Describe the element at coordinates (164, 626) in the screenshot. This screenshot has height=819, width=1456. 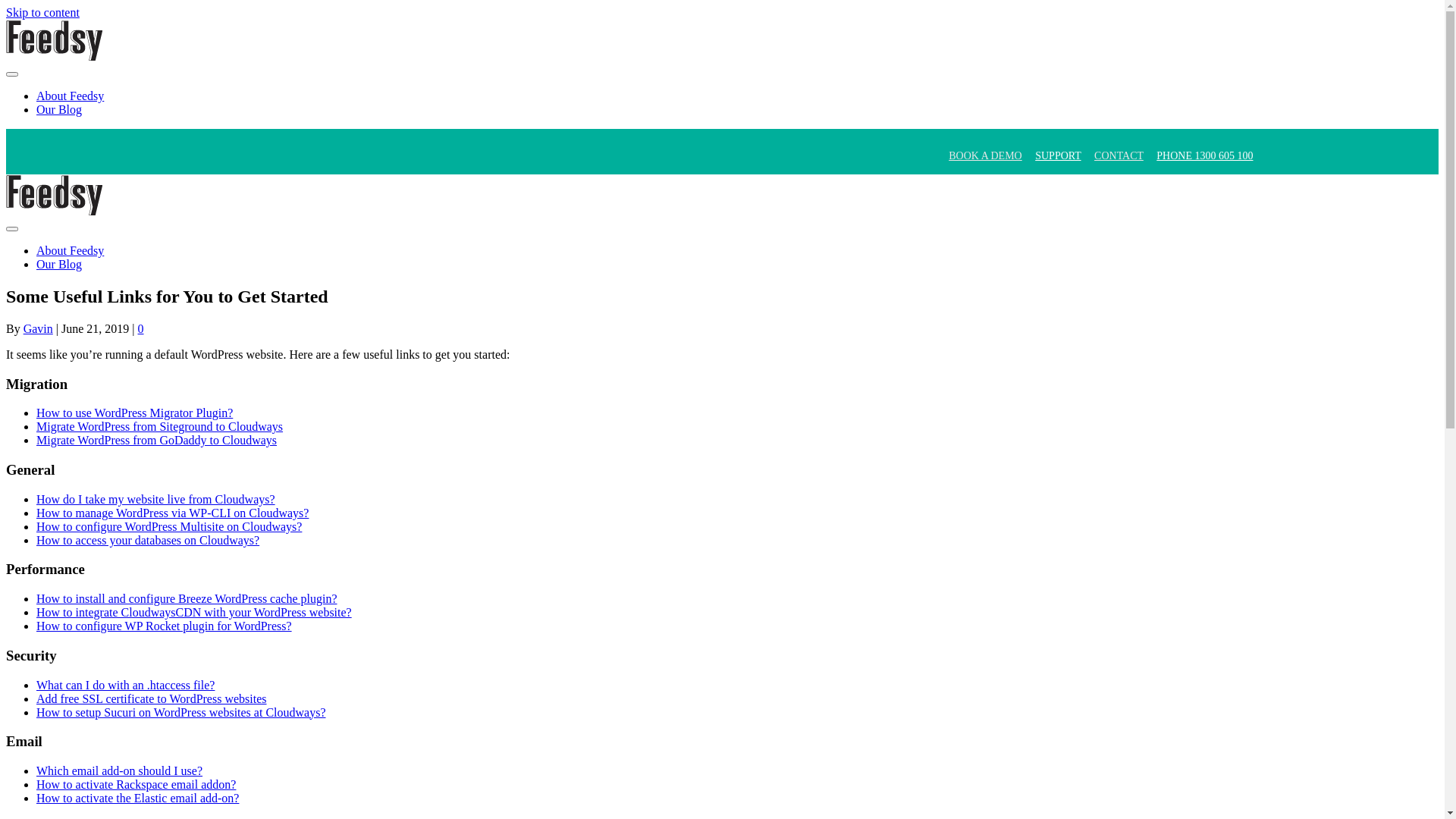
I see `'How to configure WP Rocket plugin for WordPress?'` at that location.